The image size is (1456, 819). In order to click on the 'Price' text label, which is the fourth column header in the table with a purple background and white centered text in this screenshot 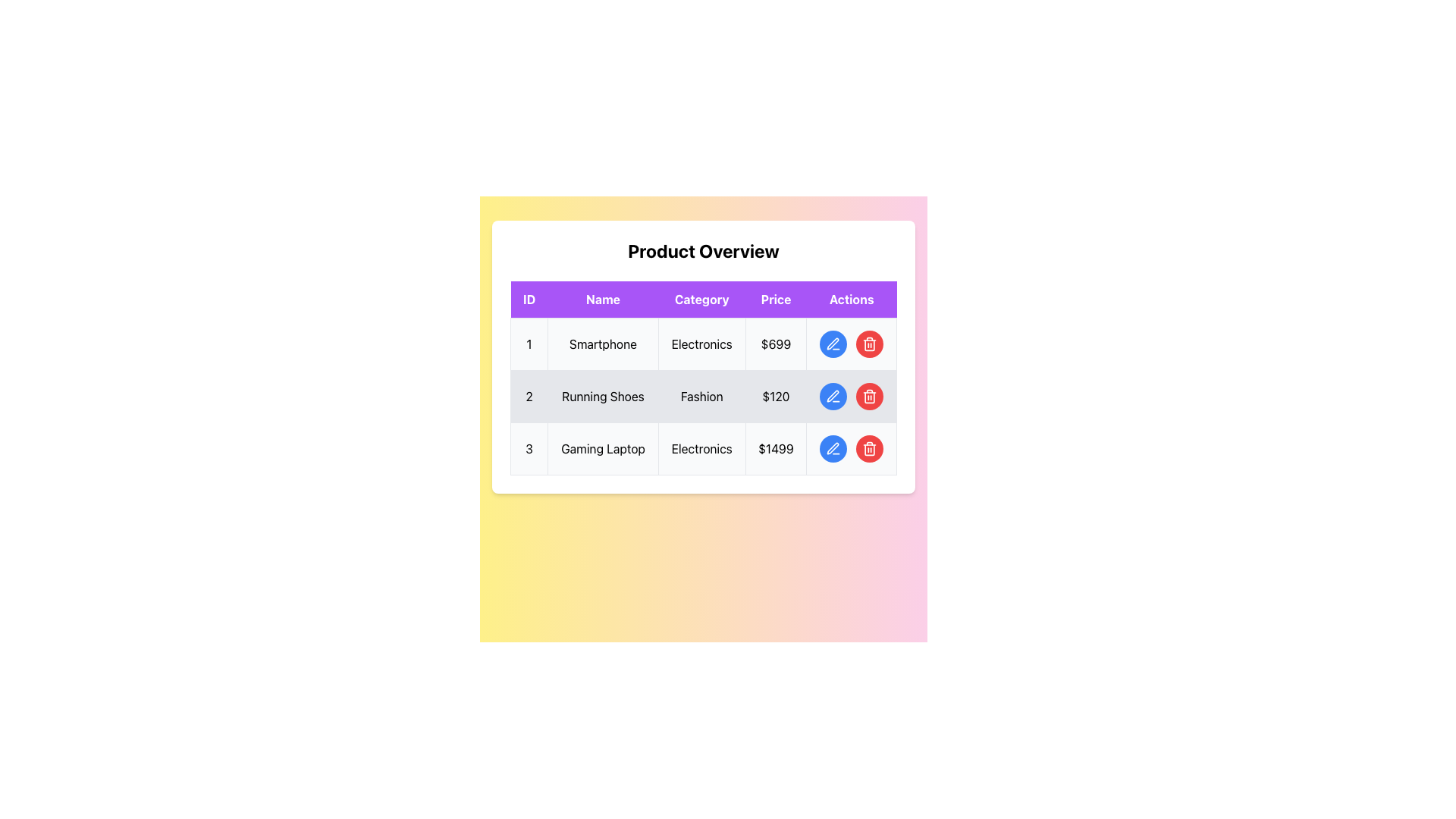, I will do `click(776, 300)`.